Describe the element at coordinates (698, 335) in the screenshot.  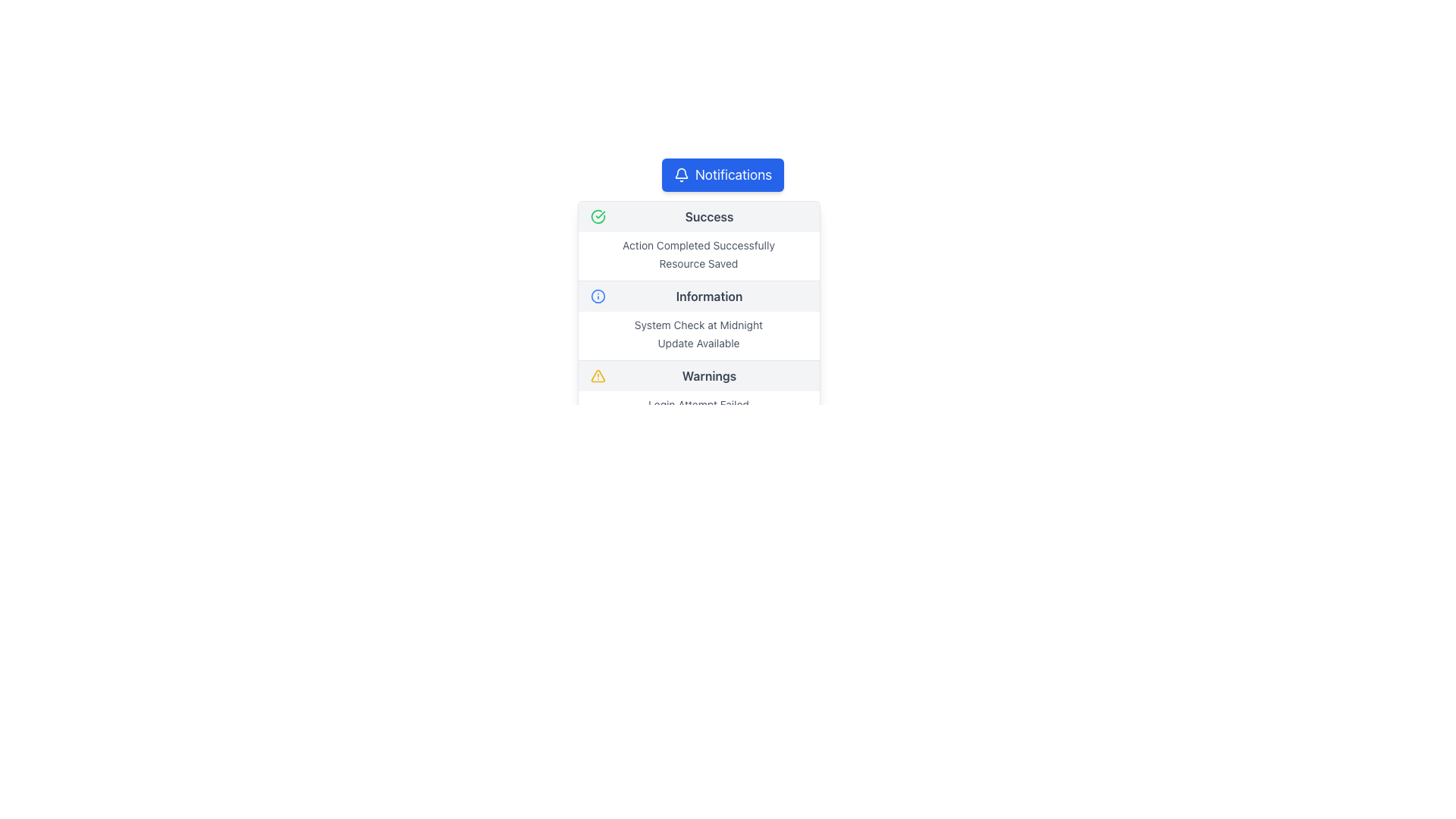
I see `text block displaying 'System Check at Midnight' and 'Update Available' located under the 'Information' header in the notification panel` at that location.